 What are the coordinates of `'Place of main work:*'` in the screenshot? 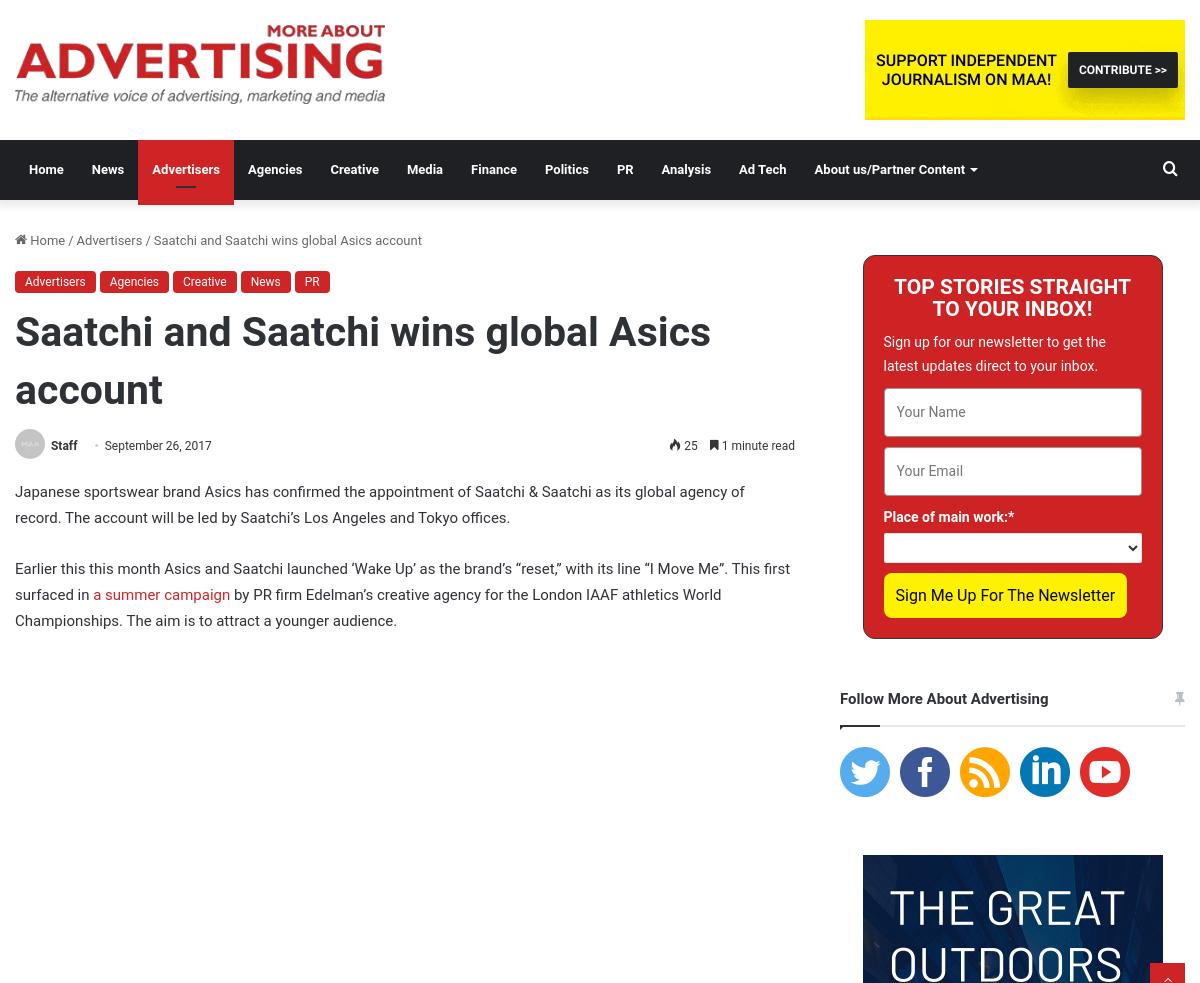 It's located at (948, 516).